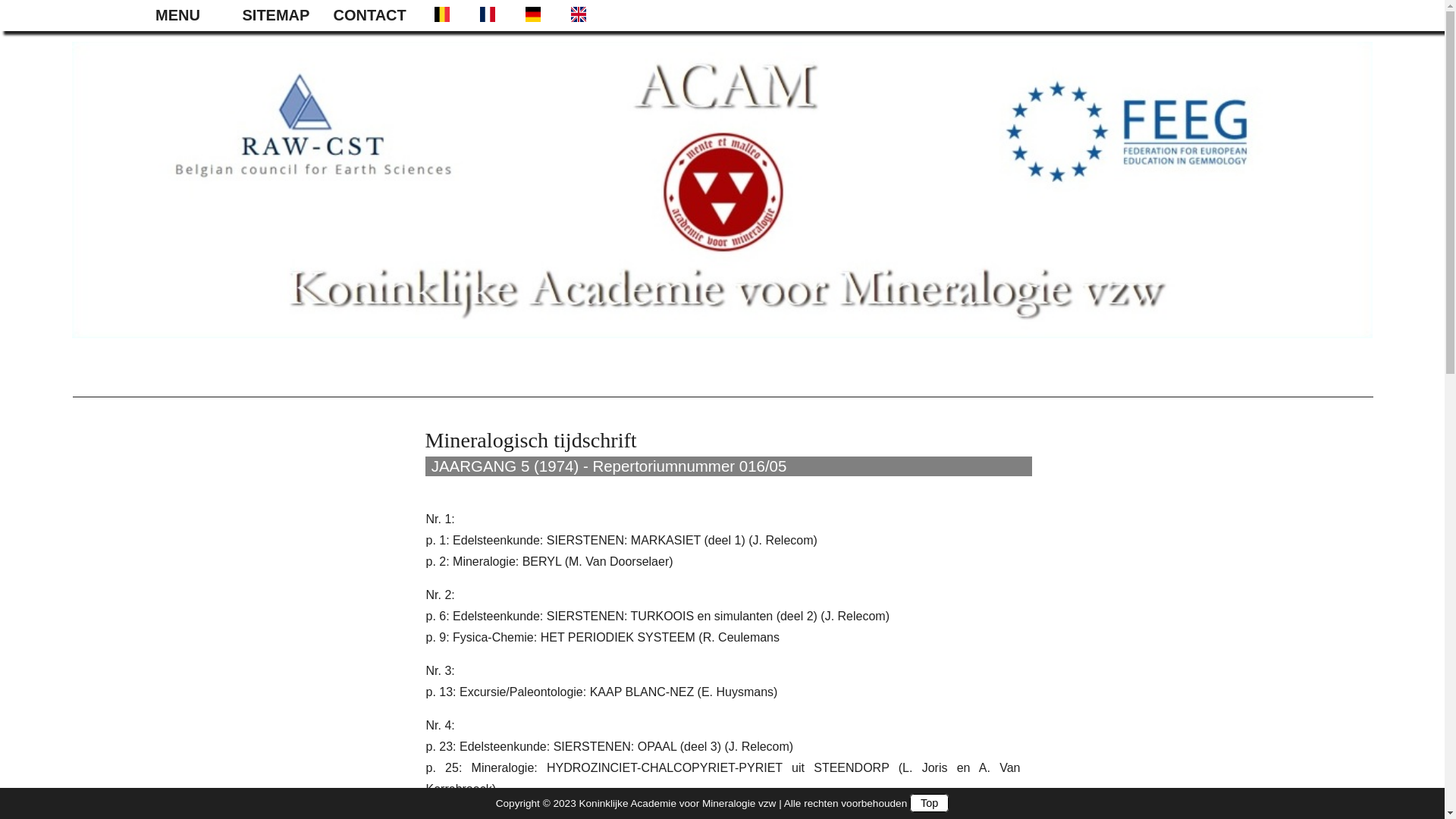 This screenshot has width=1456, height=819. Describe the element at coordinates (531, 14) in the screenshot. I see `'Kurzes Informazion in Deutsch'` at that location.